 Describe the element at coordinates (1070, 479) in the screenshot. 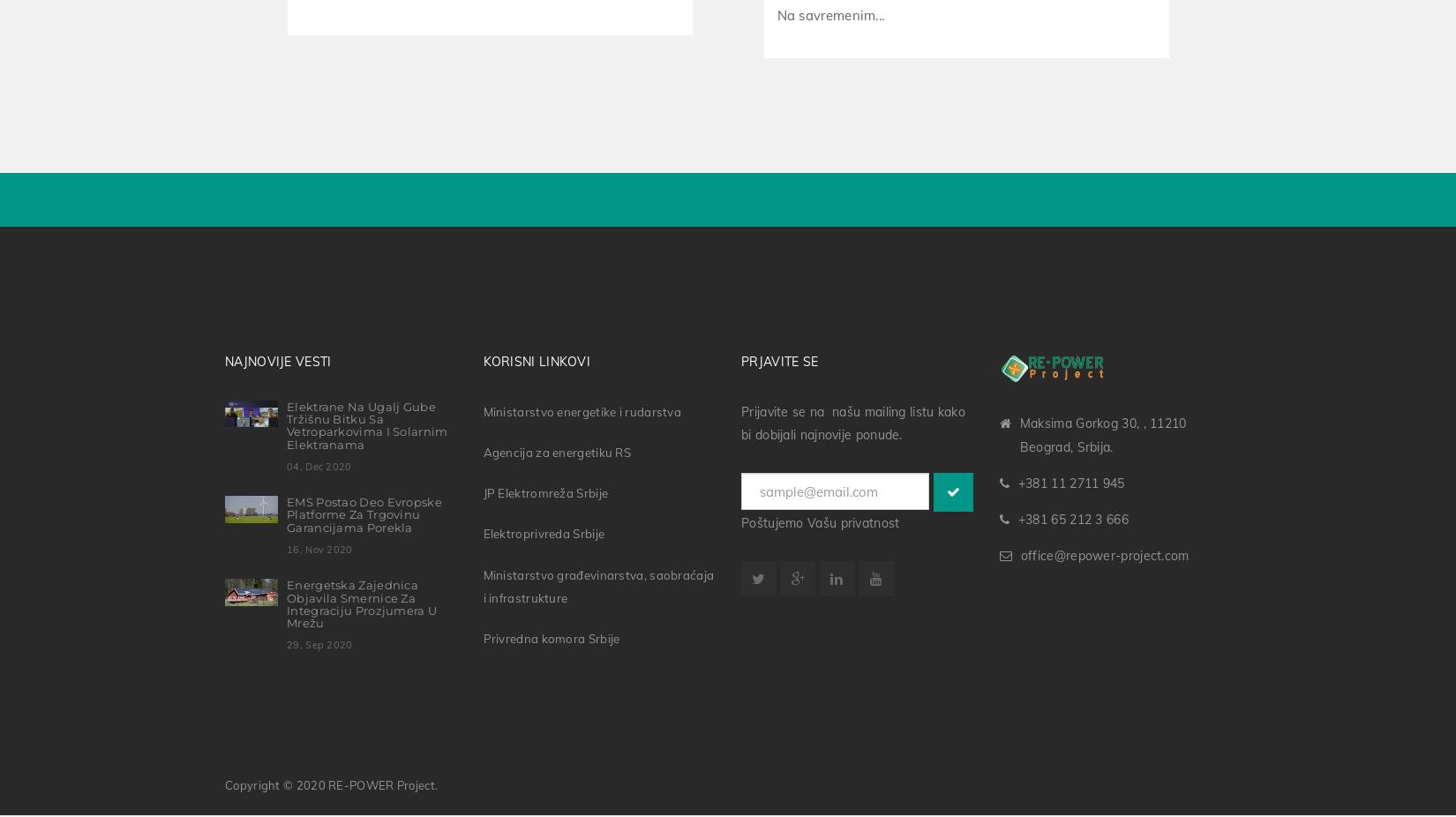

I see `'+381 11 2711 945'` at that location.